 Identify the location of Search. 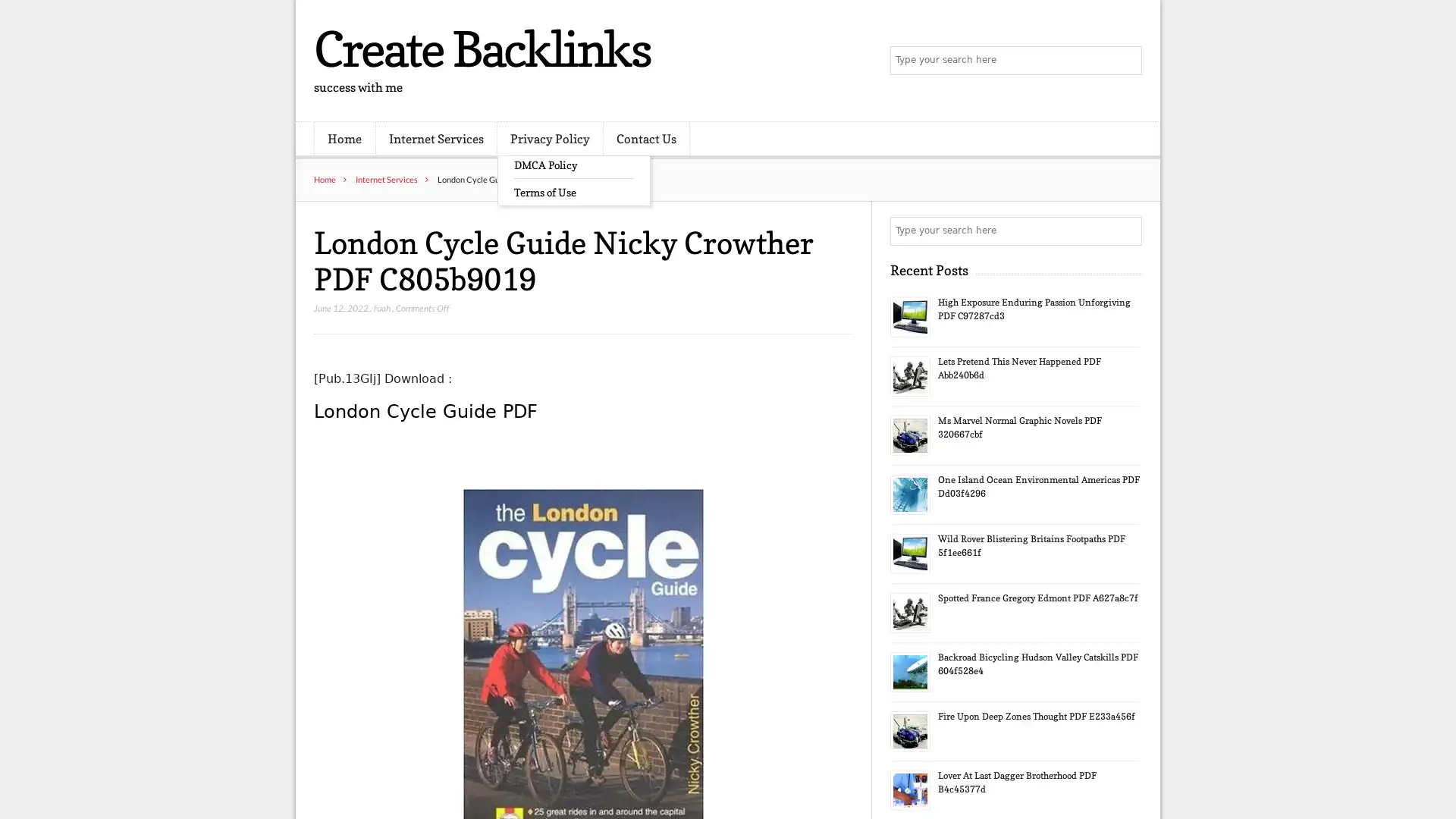
(1126, 61).